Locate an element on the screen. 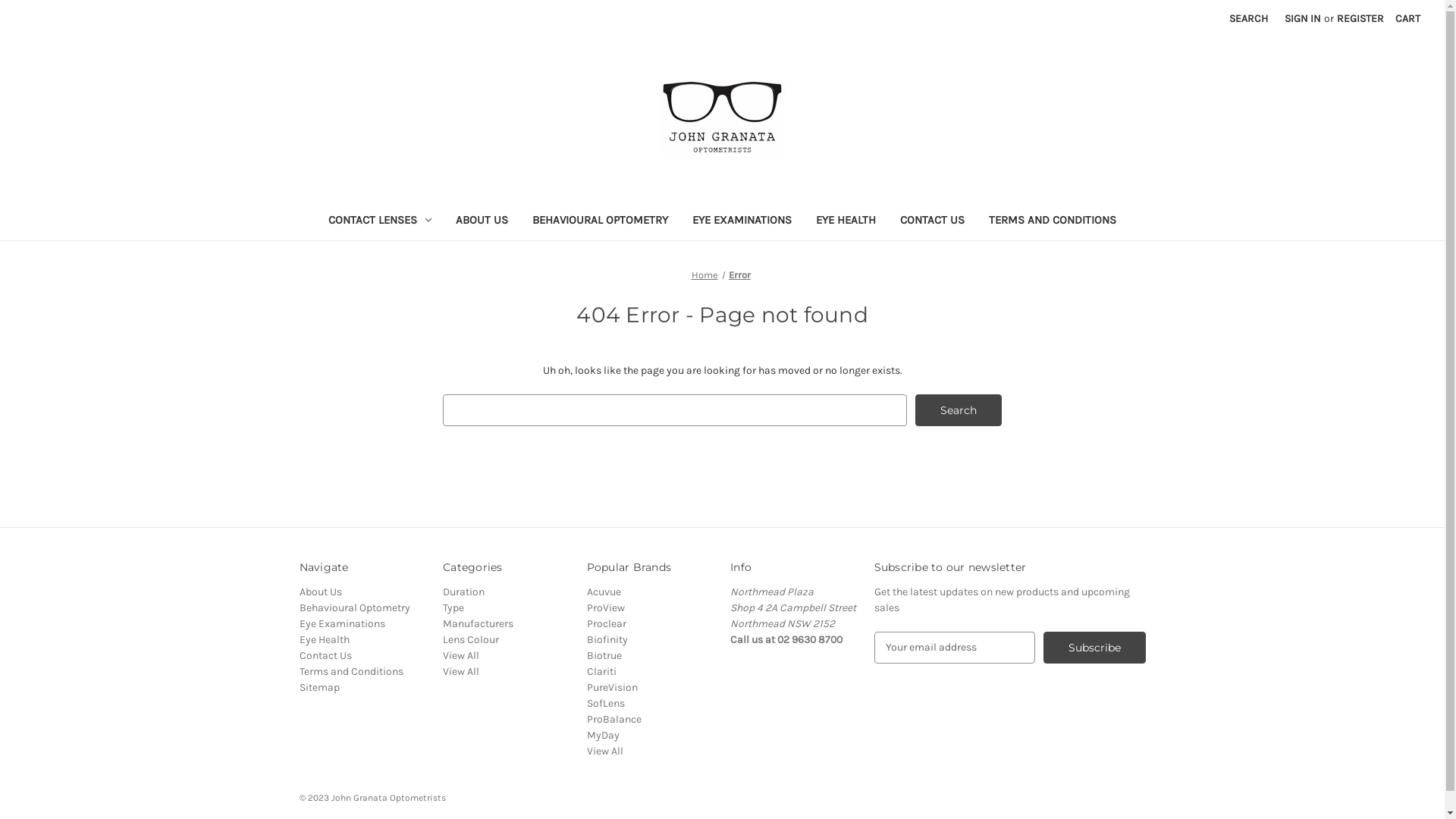  'ABOUT US' is located at coordinates (443, 221).